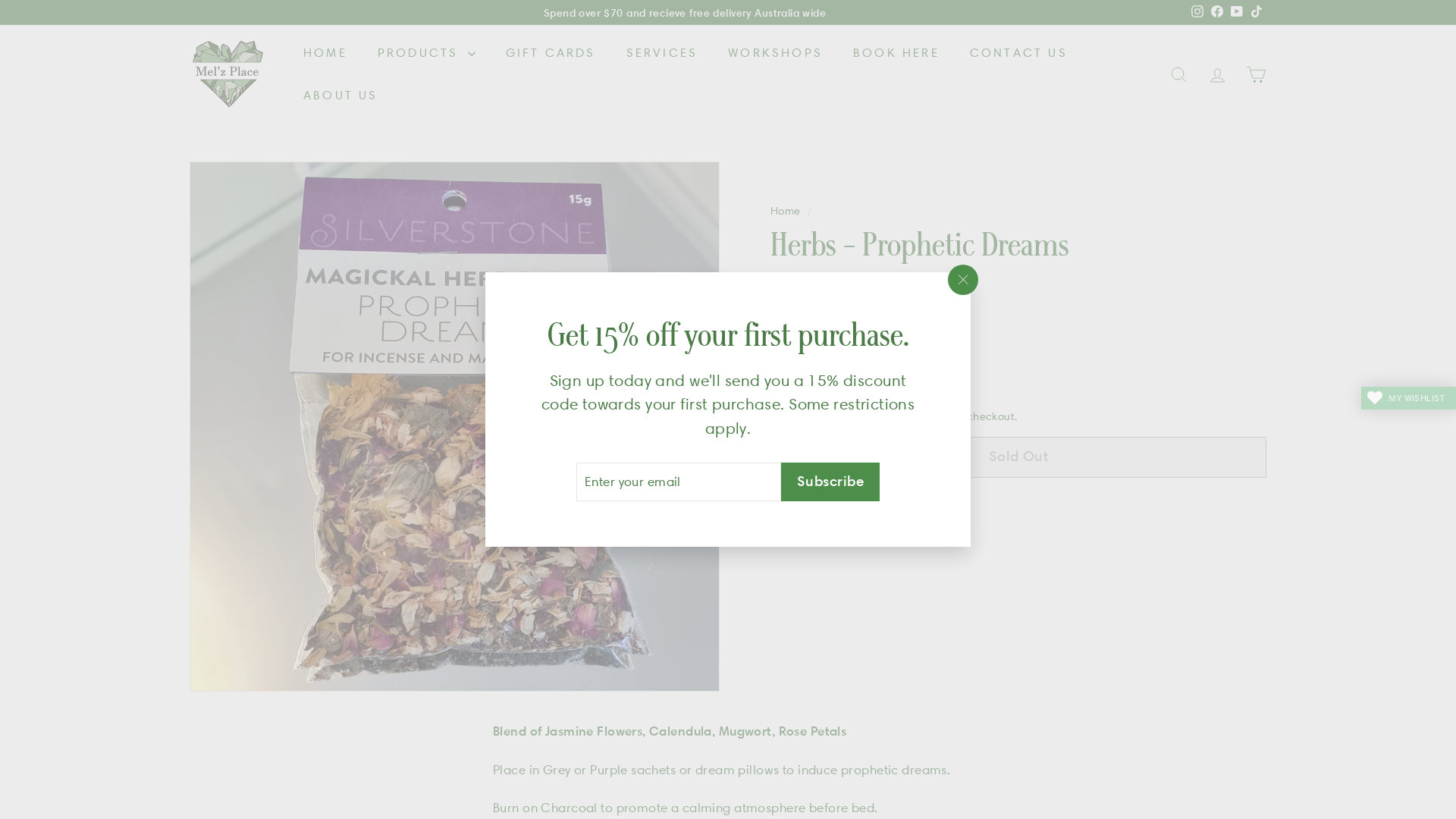 The image size is (1456, 819). Describe the element at coordinates (1217, 74) in the screenshot. I see `'ACCOUNT'` at that location.